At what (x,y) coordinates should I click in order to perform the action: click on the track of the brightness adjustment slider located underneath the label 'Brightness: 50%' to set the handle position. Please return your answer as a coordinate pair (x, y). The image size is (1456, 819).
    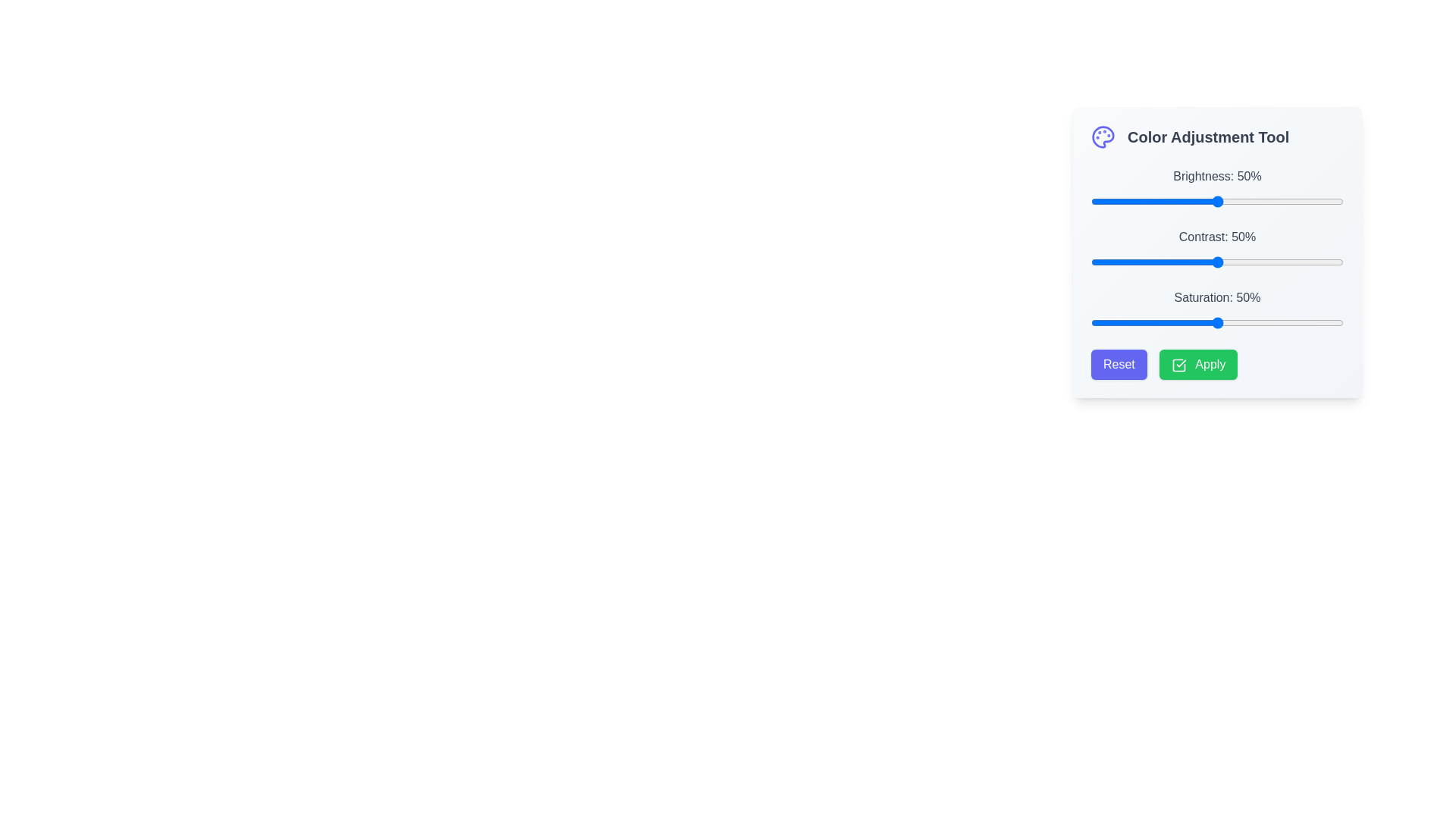
    Looking at the image, I should click on (1217, 201).